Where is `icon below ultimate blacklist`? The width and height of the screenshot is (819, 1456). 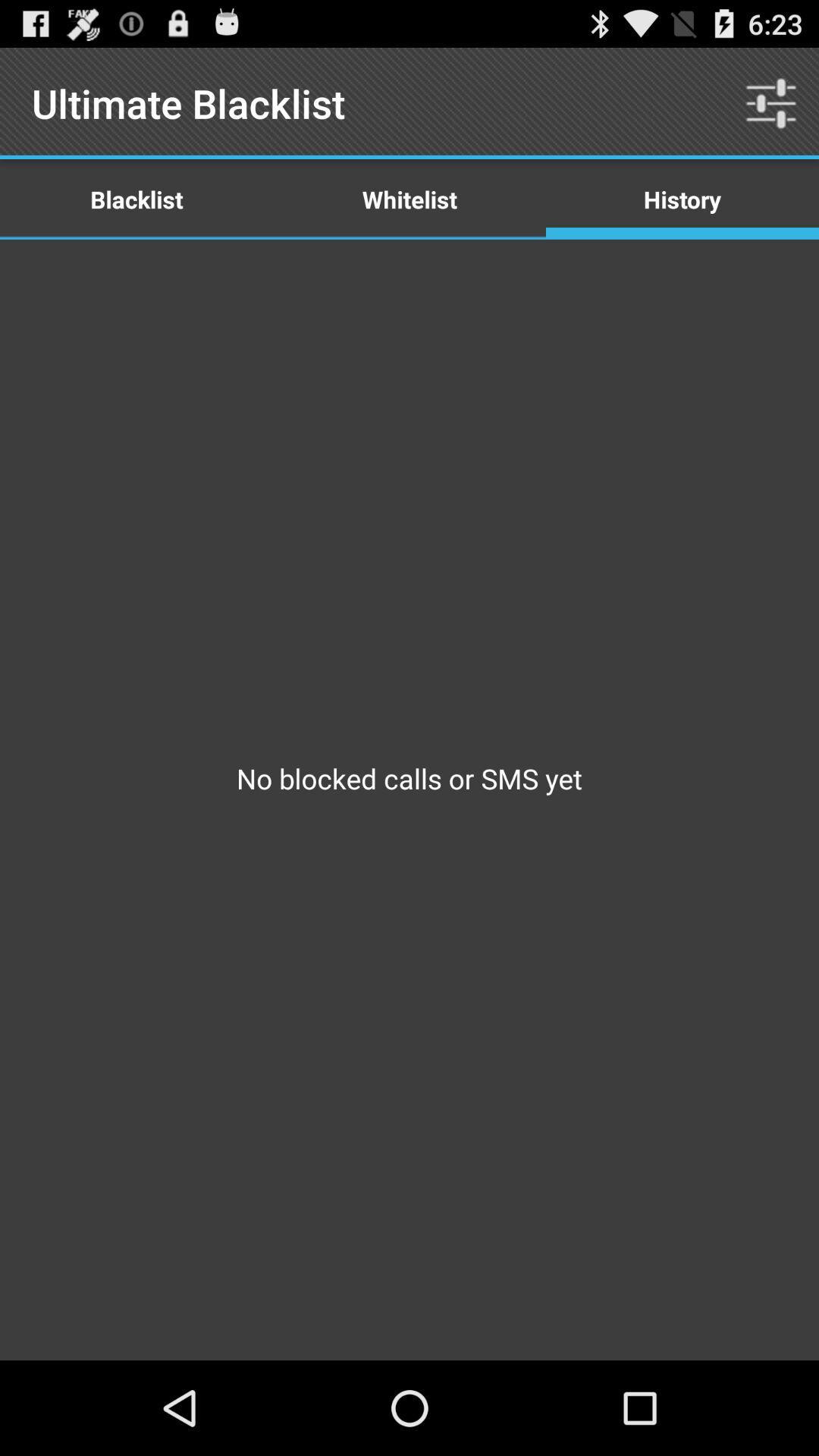 icon below ultimate blacklist is located at coordinates (409, 198).